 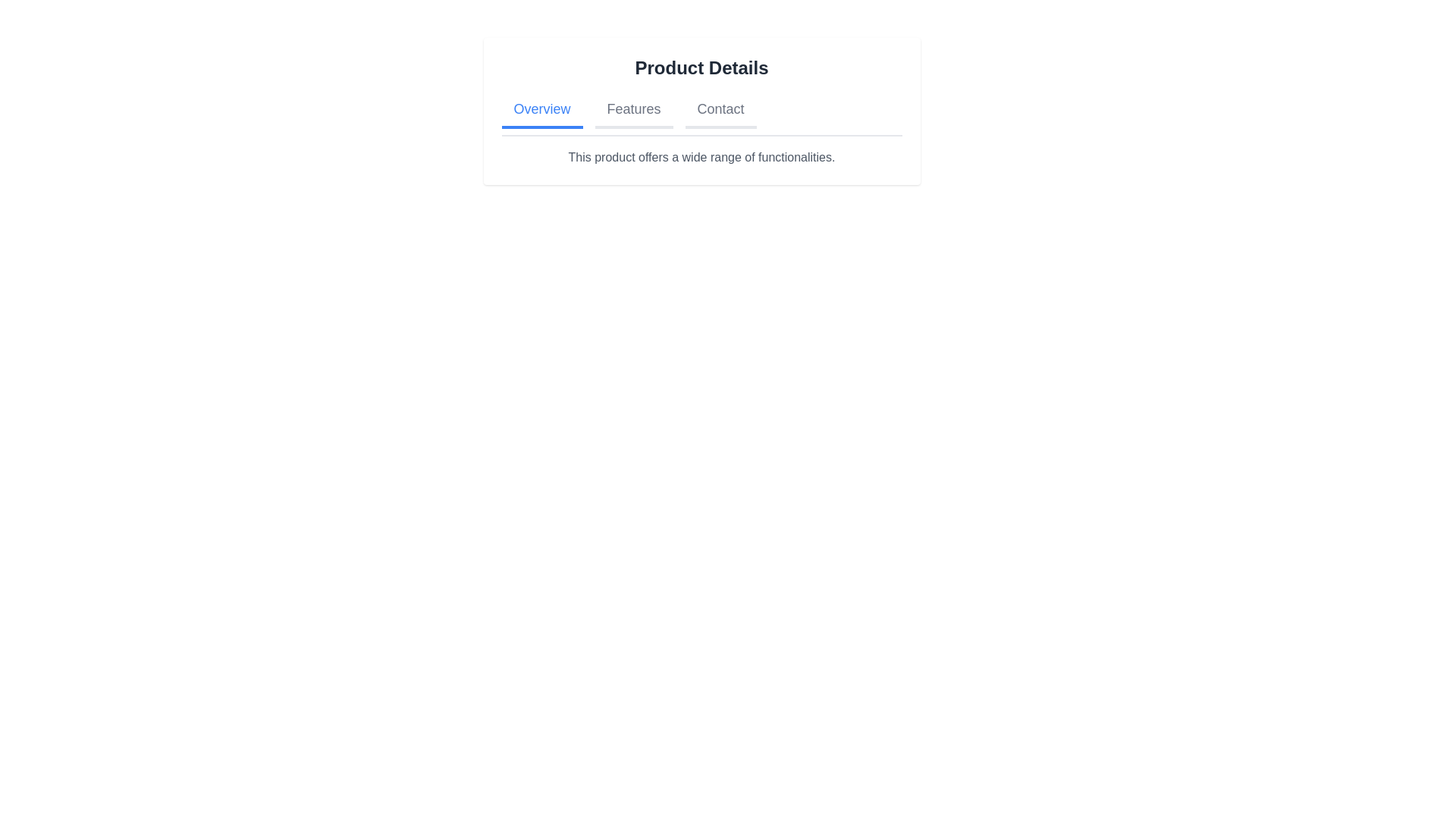 I want to click on the Plain text element that provides a description or summary of the product functionalities, located below the navigation section and under the title 'Product Details.', so click(x=701, y=158).